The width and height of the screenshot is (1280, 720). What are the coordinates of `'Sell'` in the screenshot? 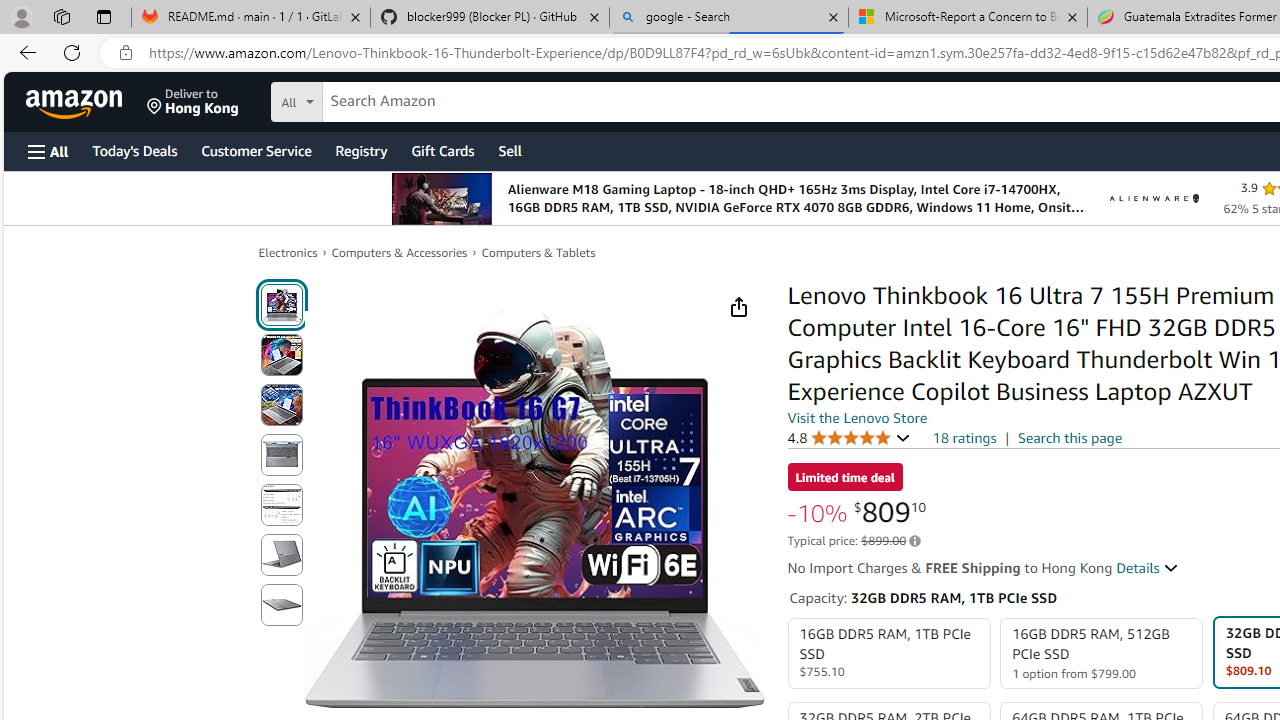 It's located at (510, 149).